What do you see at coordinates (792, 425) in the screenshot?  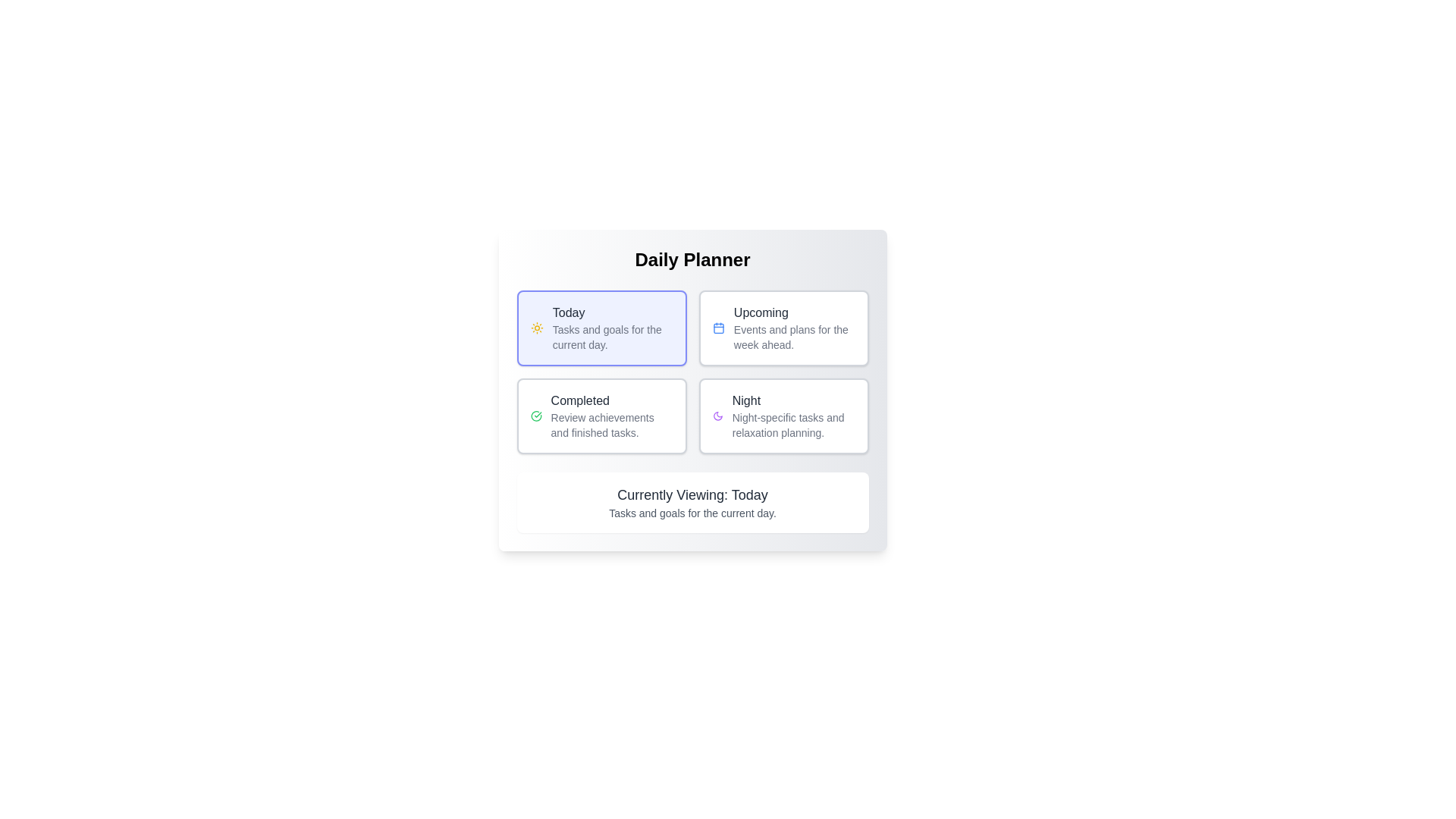 I see `the static text element that provides a description of the 'Night' category, located below the header text 'Night' in the card layout` at bounding box center [792, 425].